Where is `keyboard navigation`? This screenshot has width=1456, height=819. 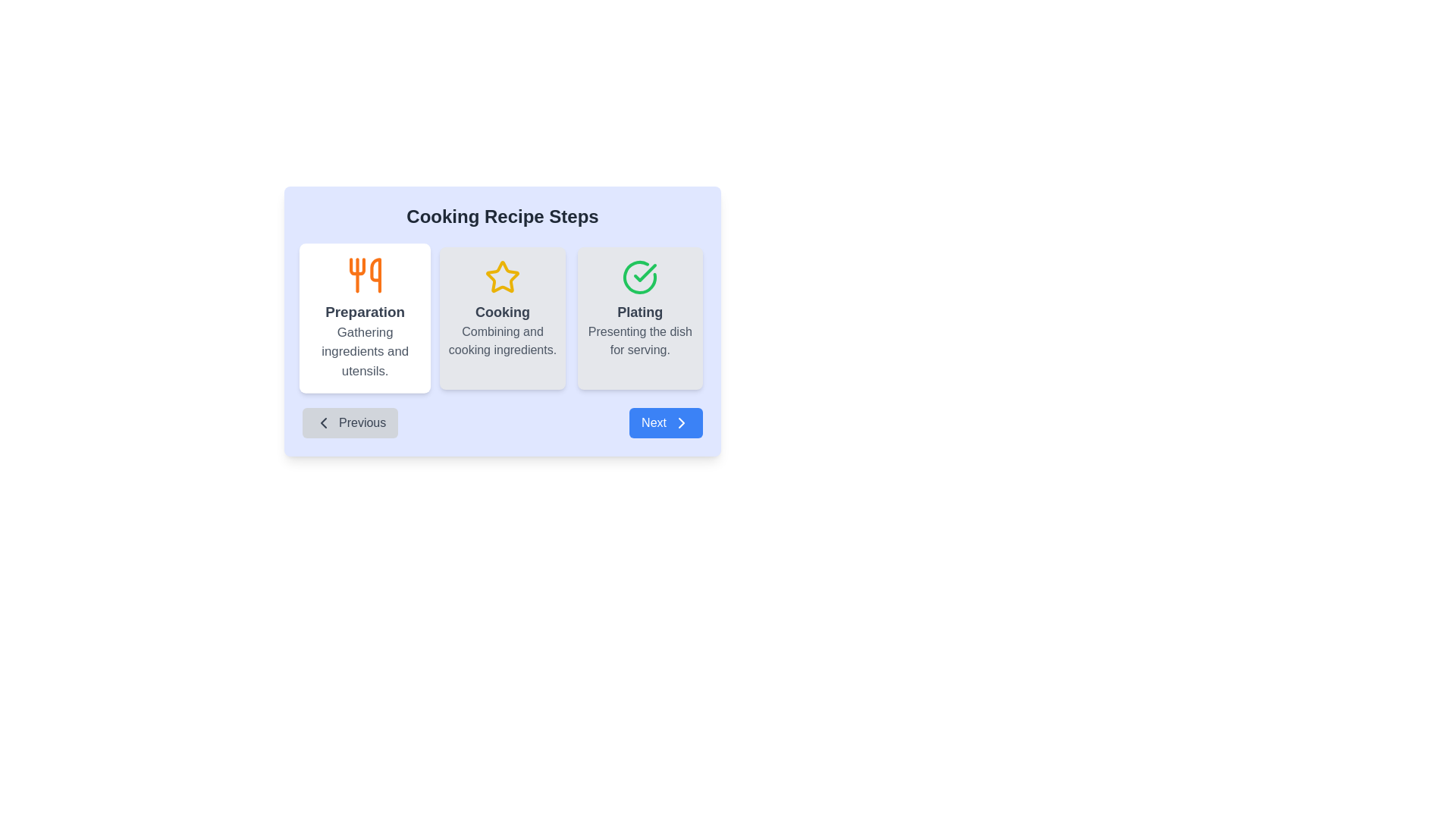
keyboard navigation is located at coordinates (502, 318).